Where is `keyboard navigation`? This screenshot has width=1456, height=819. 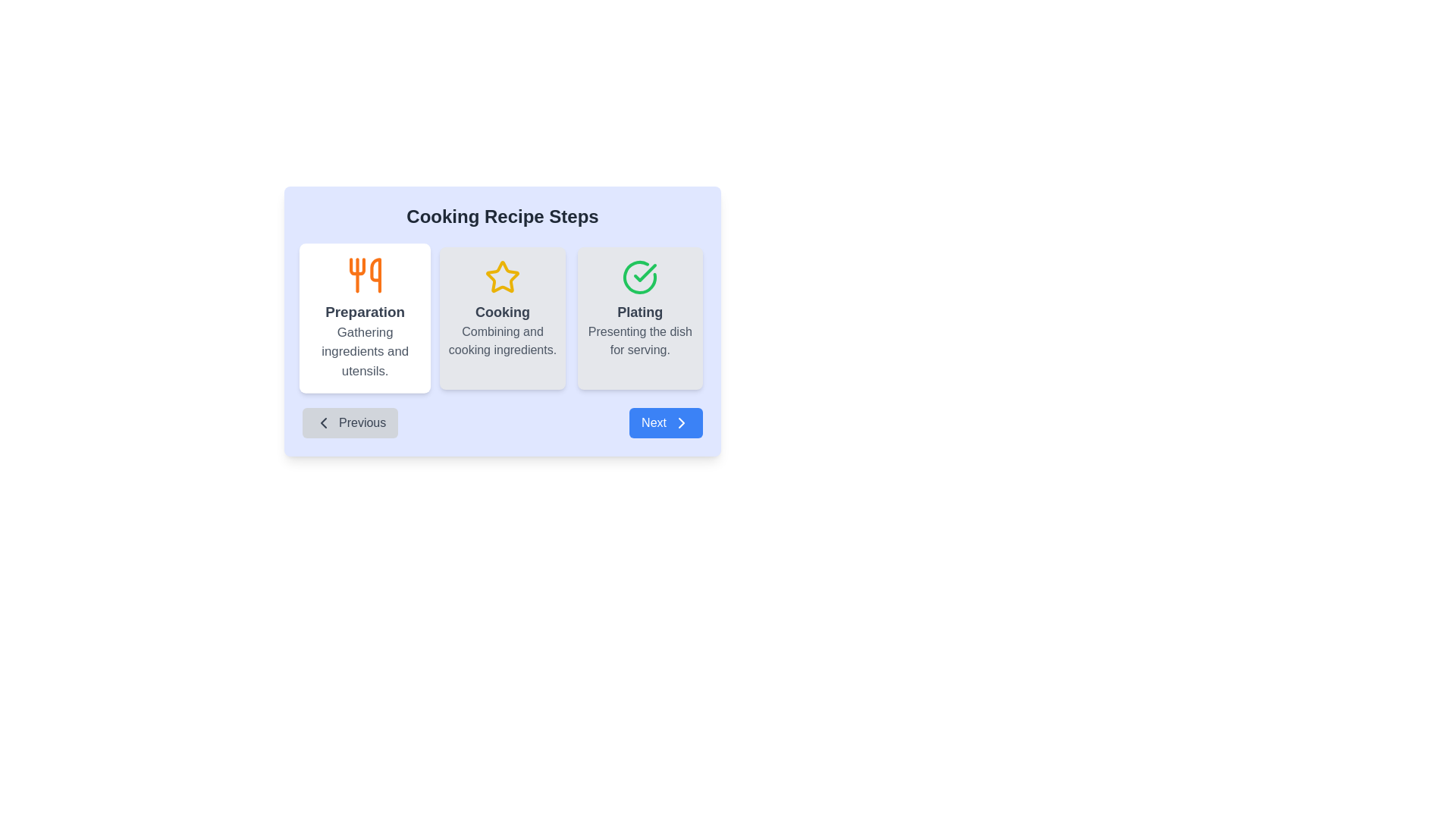
keyboard navigation is located at coordinates (502, 318).